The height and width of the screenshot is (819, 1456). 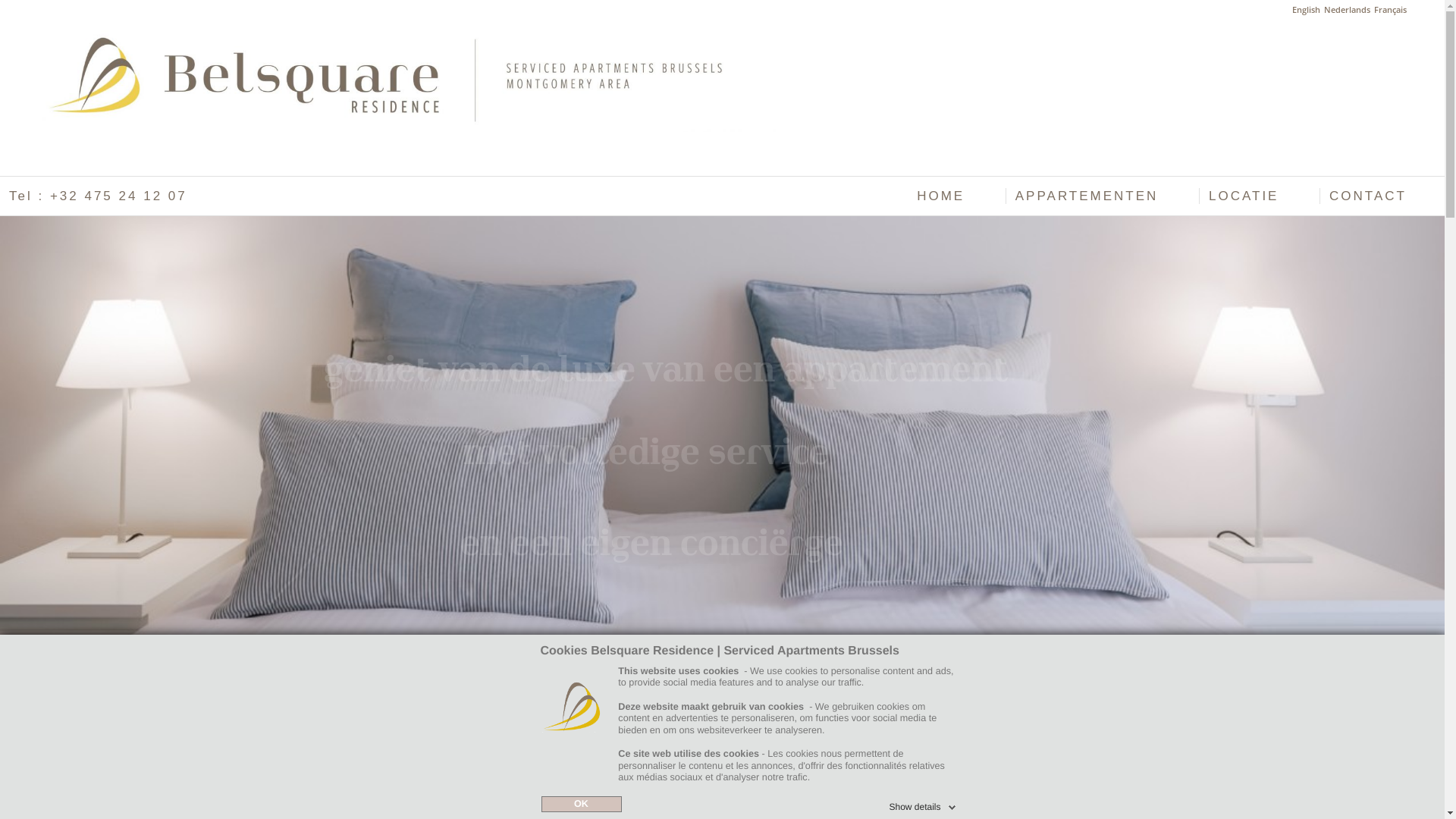 What do you see at coordinates (541, 803) in the screenshot?
I see `'OK'` at bounding box center [541, 803].